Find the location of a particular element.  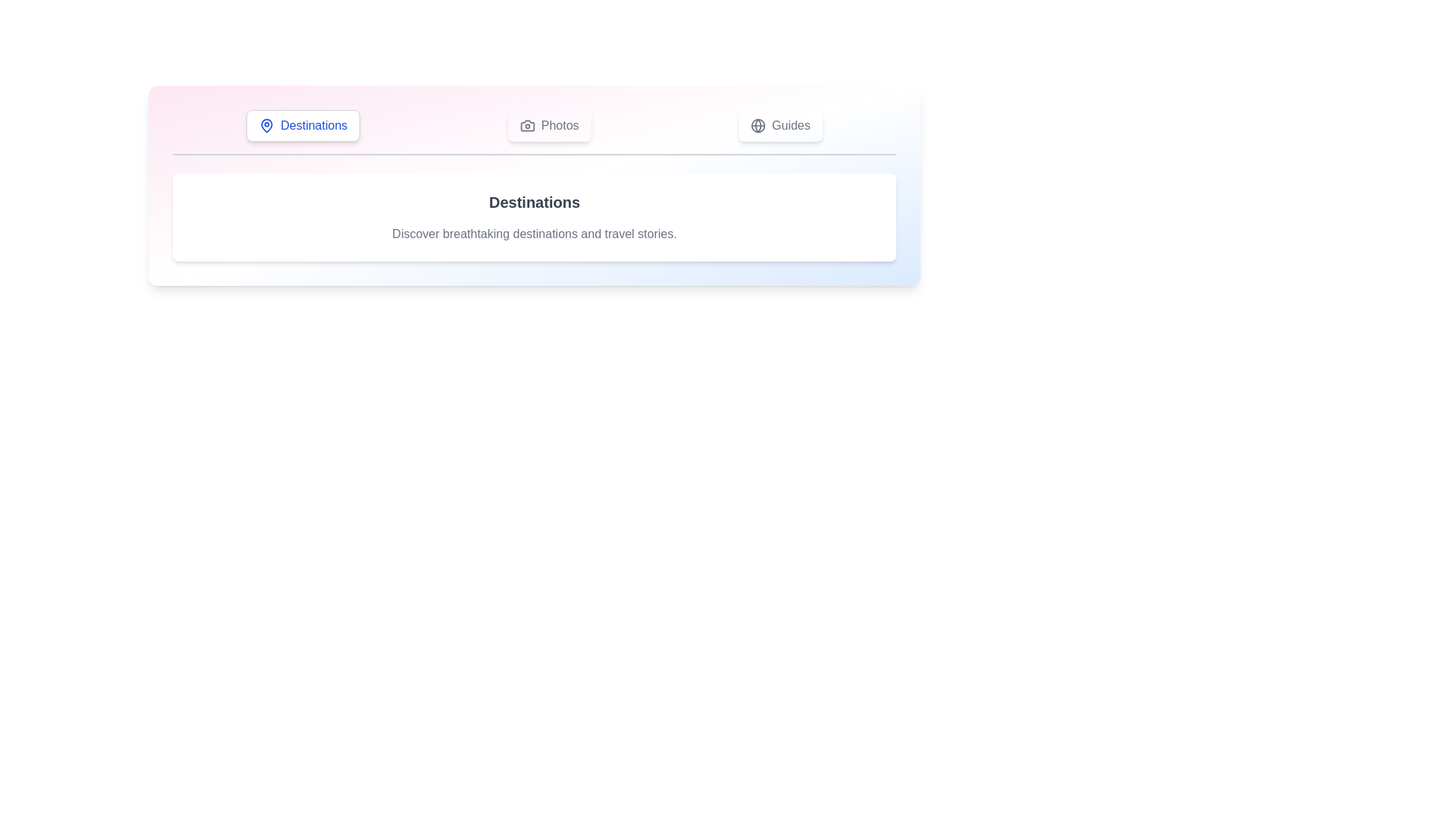

the Destinations tab to view its content is located at coordinates (303, 124).